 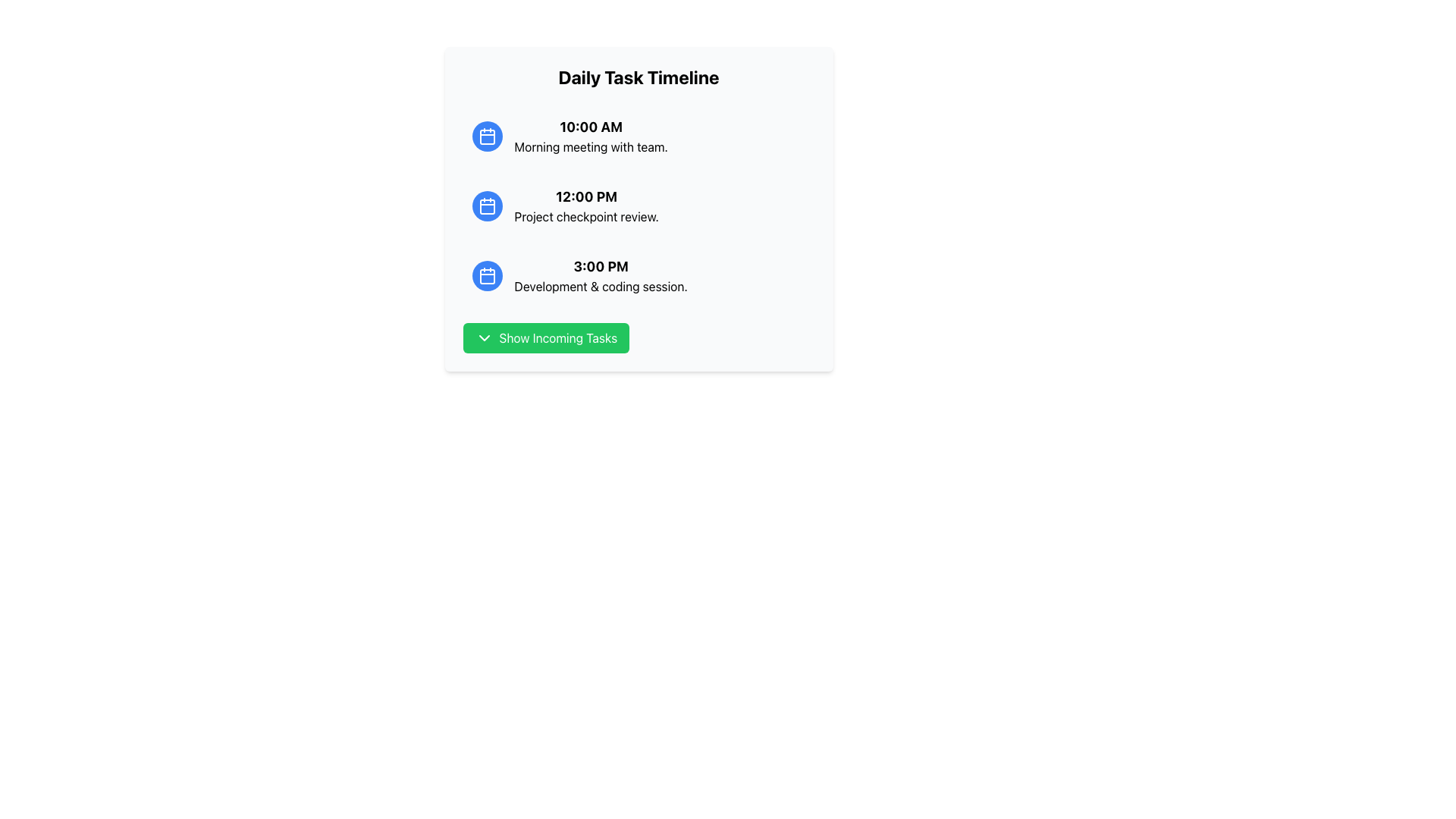 What do you see at coordinates (600, 275) in the screenshot?
I see `the text element displaying '3:00 PM' followed by 'Development & coding session.' positioned in the third item of the vertically arranged task list` at bounding box center [600, 275].